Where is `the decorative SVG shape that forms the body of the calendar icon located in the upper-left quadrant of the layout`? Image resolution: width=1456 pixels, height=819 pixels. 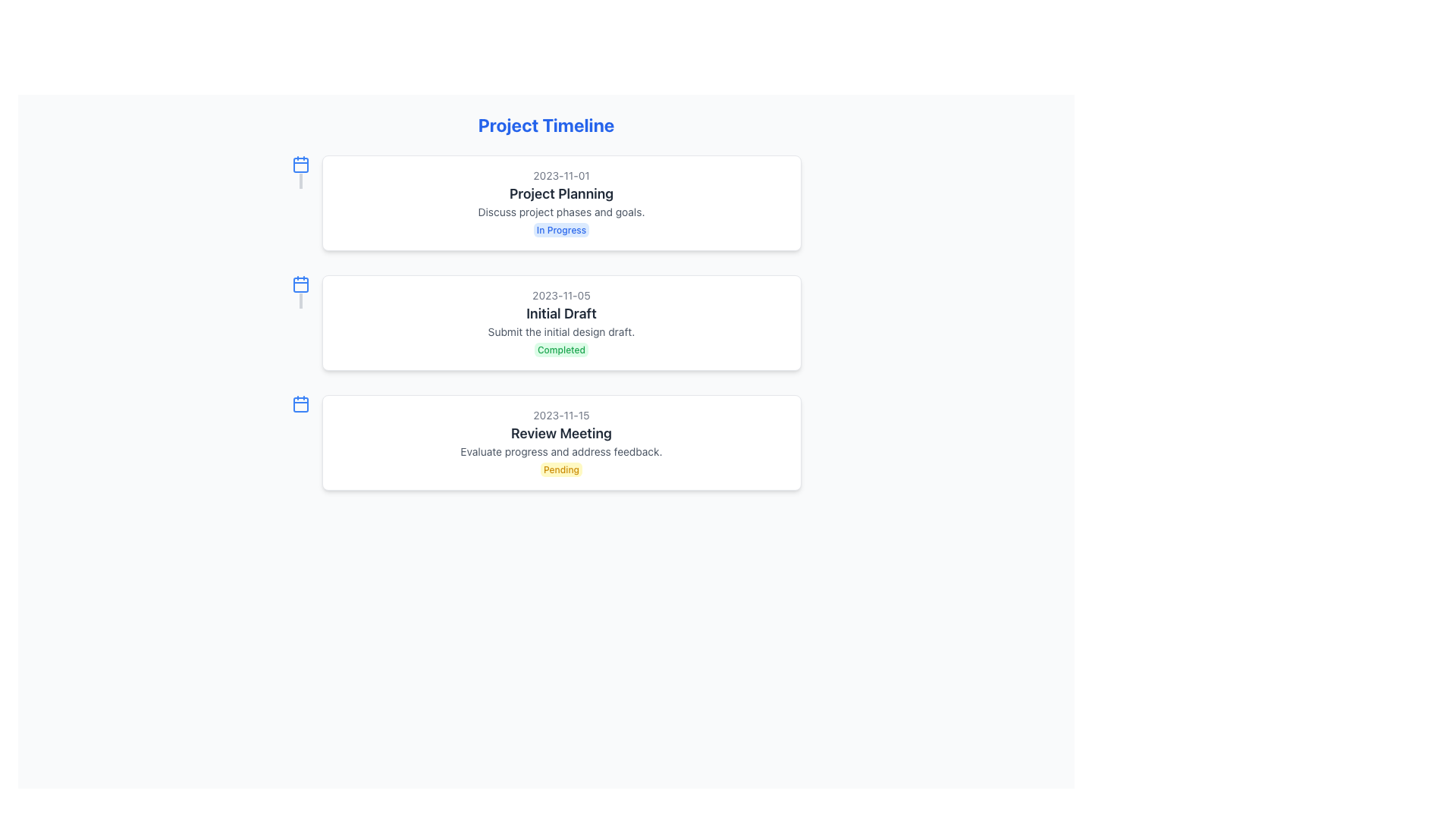 the decorative SVG shape that forms the body of the calendar icon located in the upper-left quadrant of the layout is located at coordinates (300, 165).